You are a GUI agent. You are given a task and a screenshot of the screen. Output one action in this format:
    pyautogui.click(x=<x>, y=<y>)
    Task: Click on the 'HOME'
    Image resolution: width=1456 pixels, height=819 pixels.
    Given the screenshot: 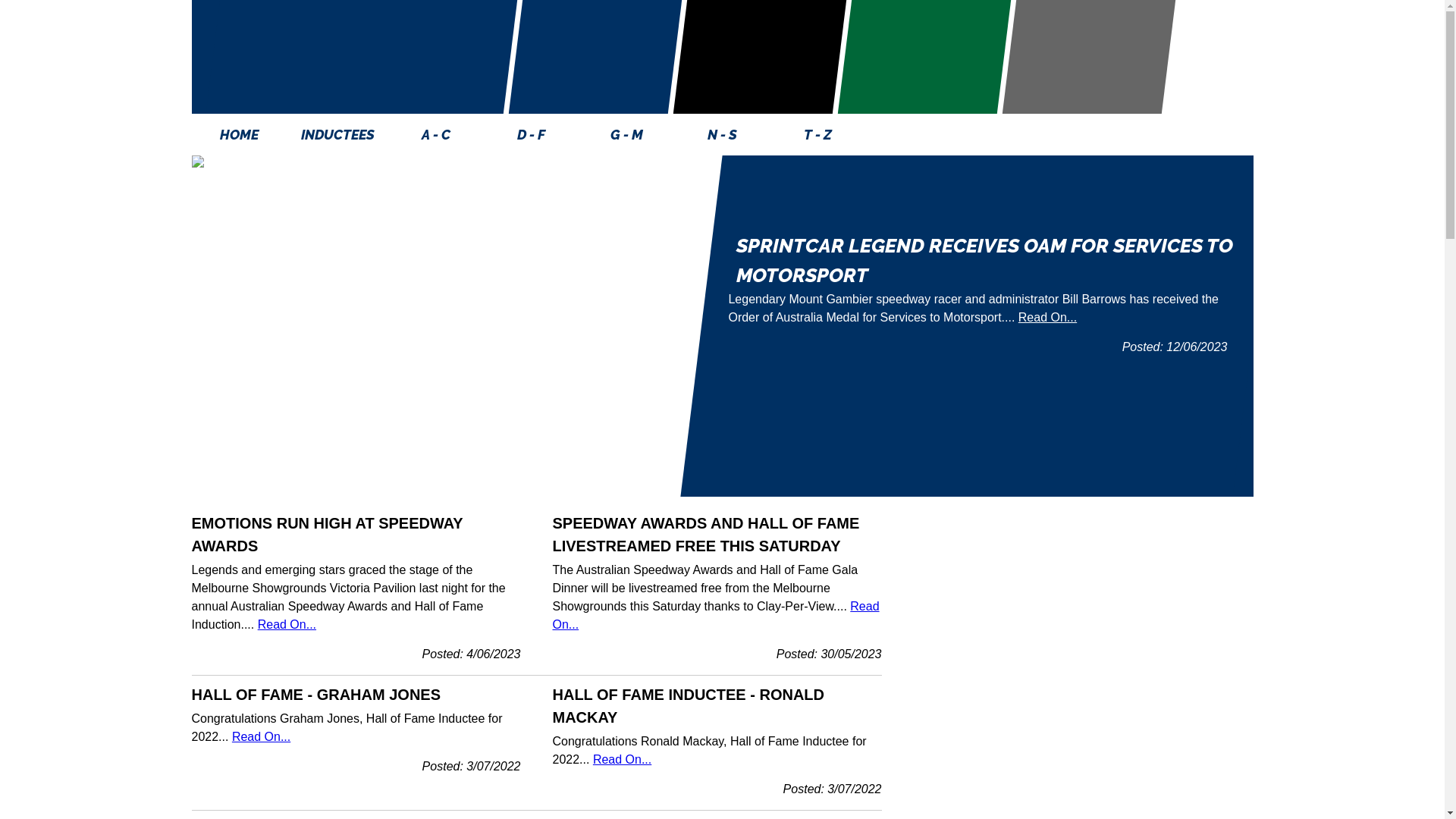 What is the action you would take?
    pyautogui.click(x=238, y=133)
    